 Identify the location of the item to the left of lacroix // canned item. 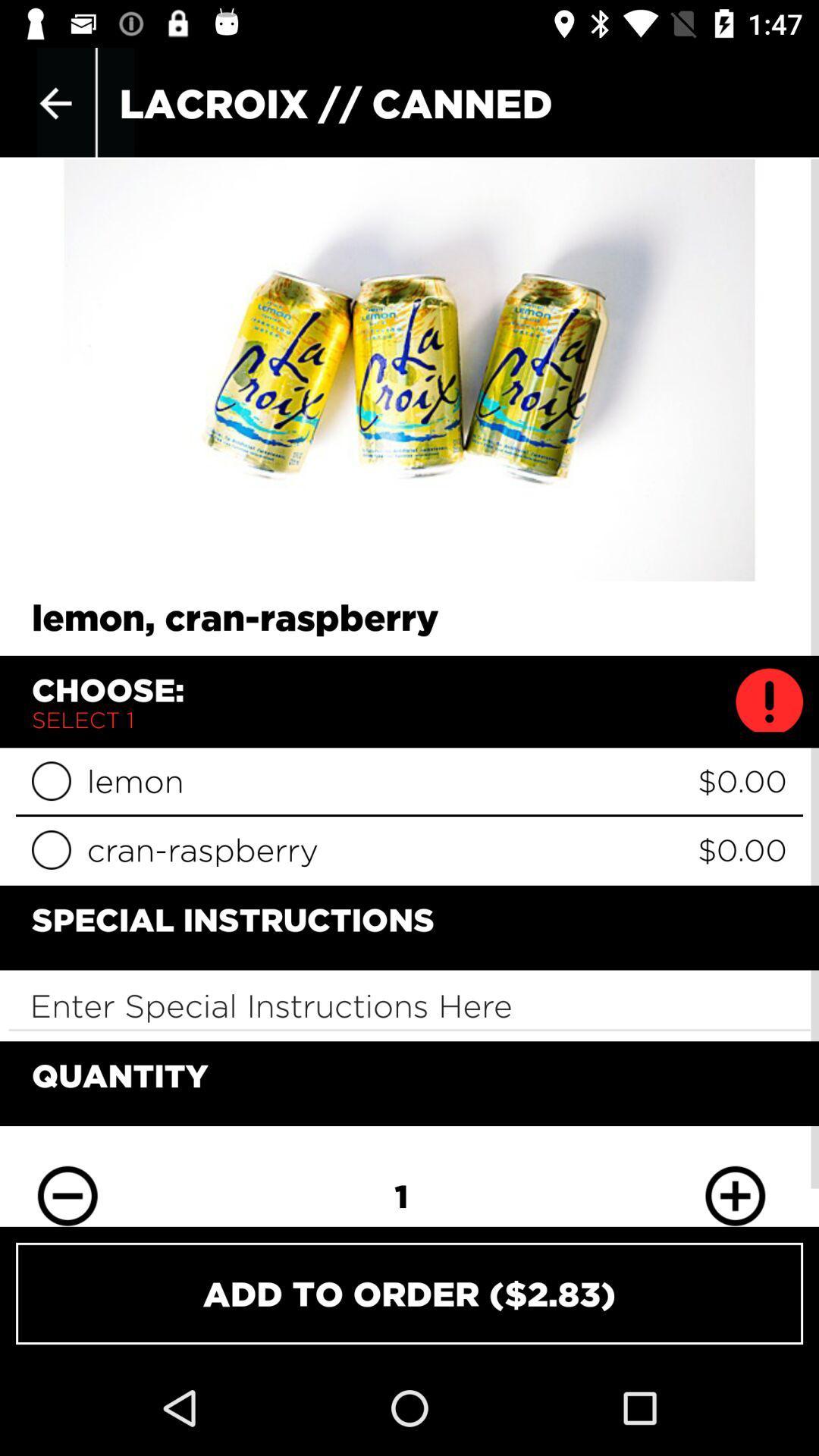
(55, 102).